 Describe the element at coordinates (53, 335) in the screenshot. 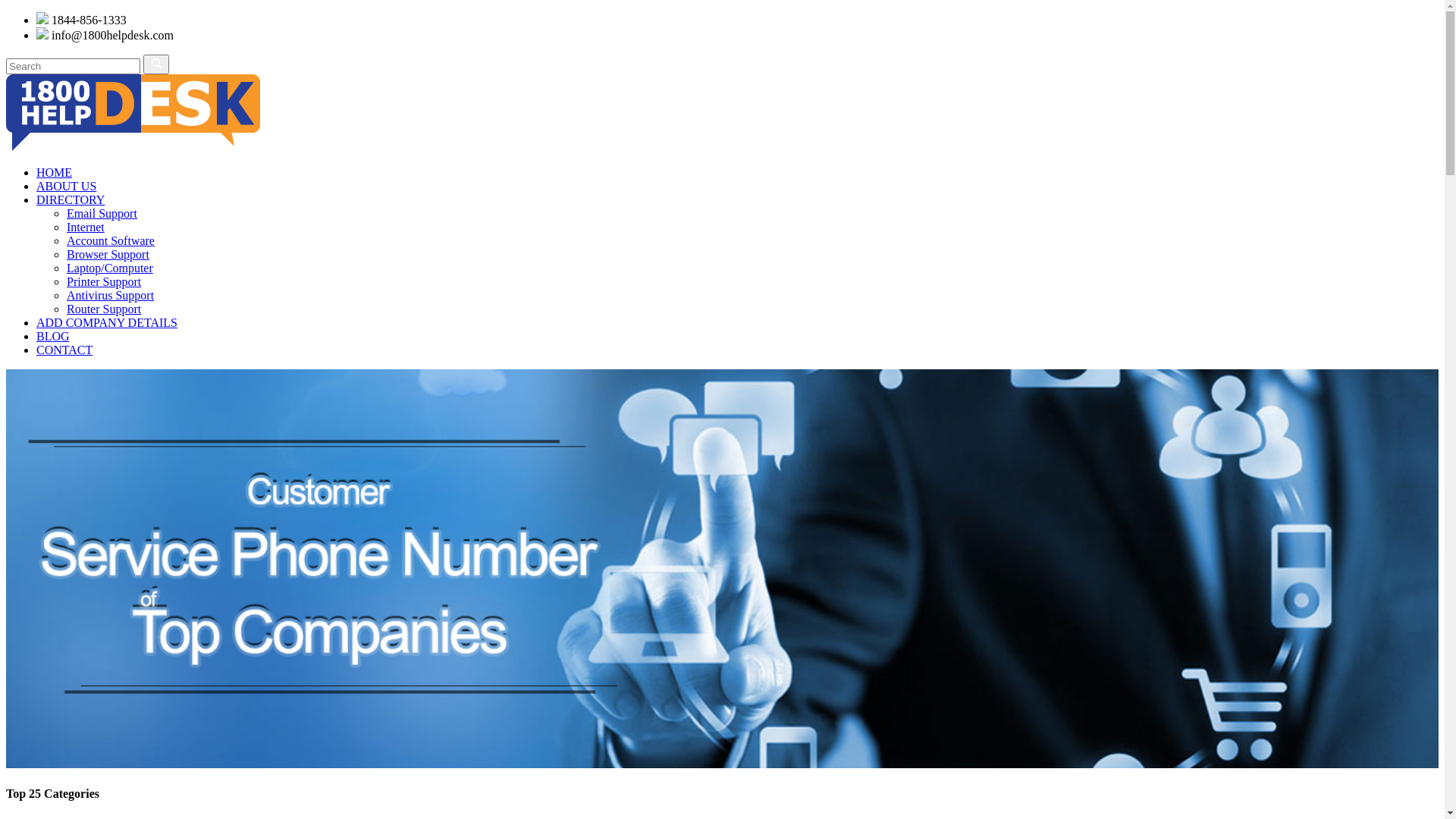

I see `'BLOG'` at that location.